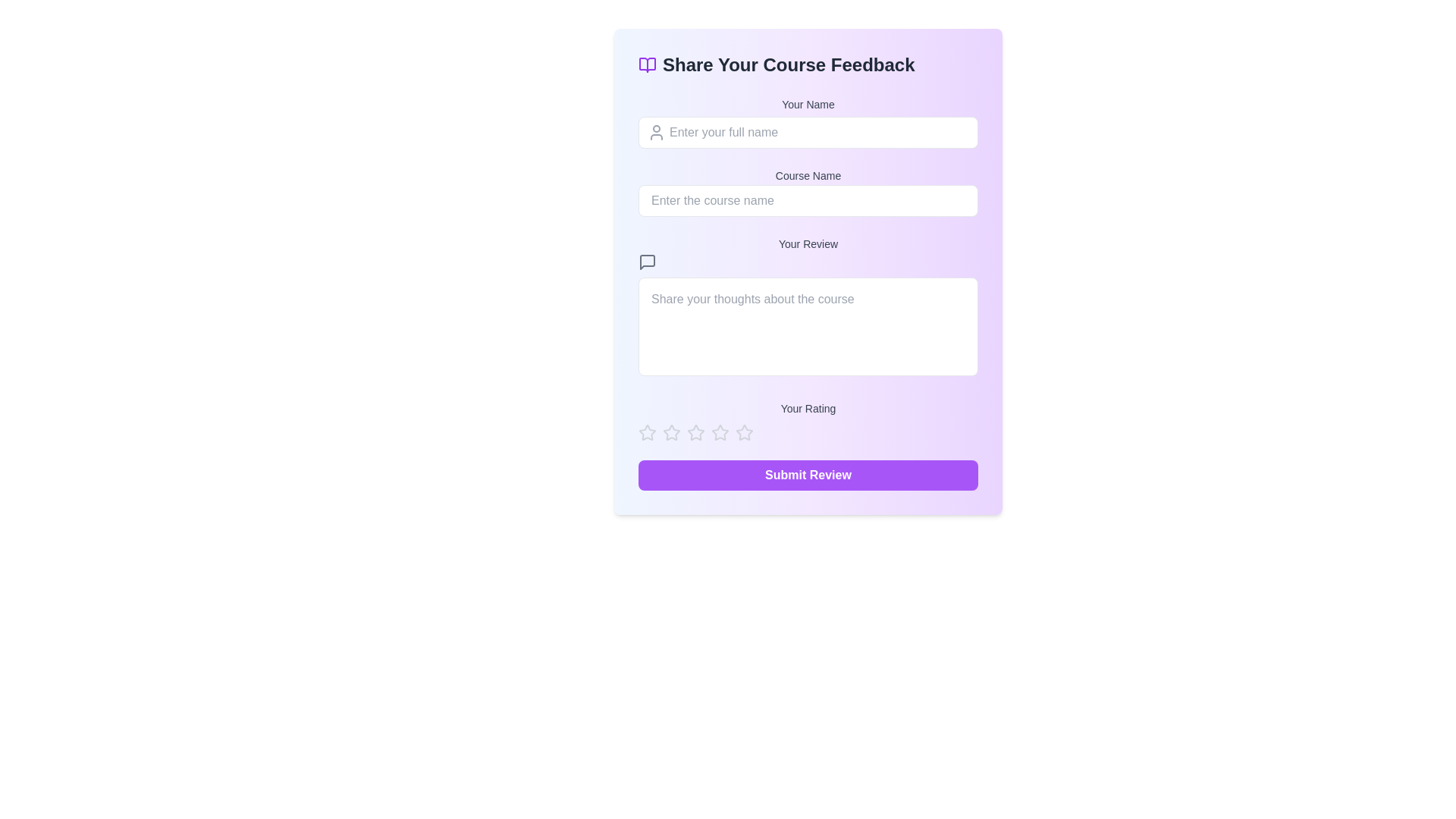  Describe the element at coordinates (807, 421) in the screenshot. I see `across the star icons in the rating control` at that location.